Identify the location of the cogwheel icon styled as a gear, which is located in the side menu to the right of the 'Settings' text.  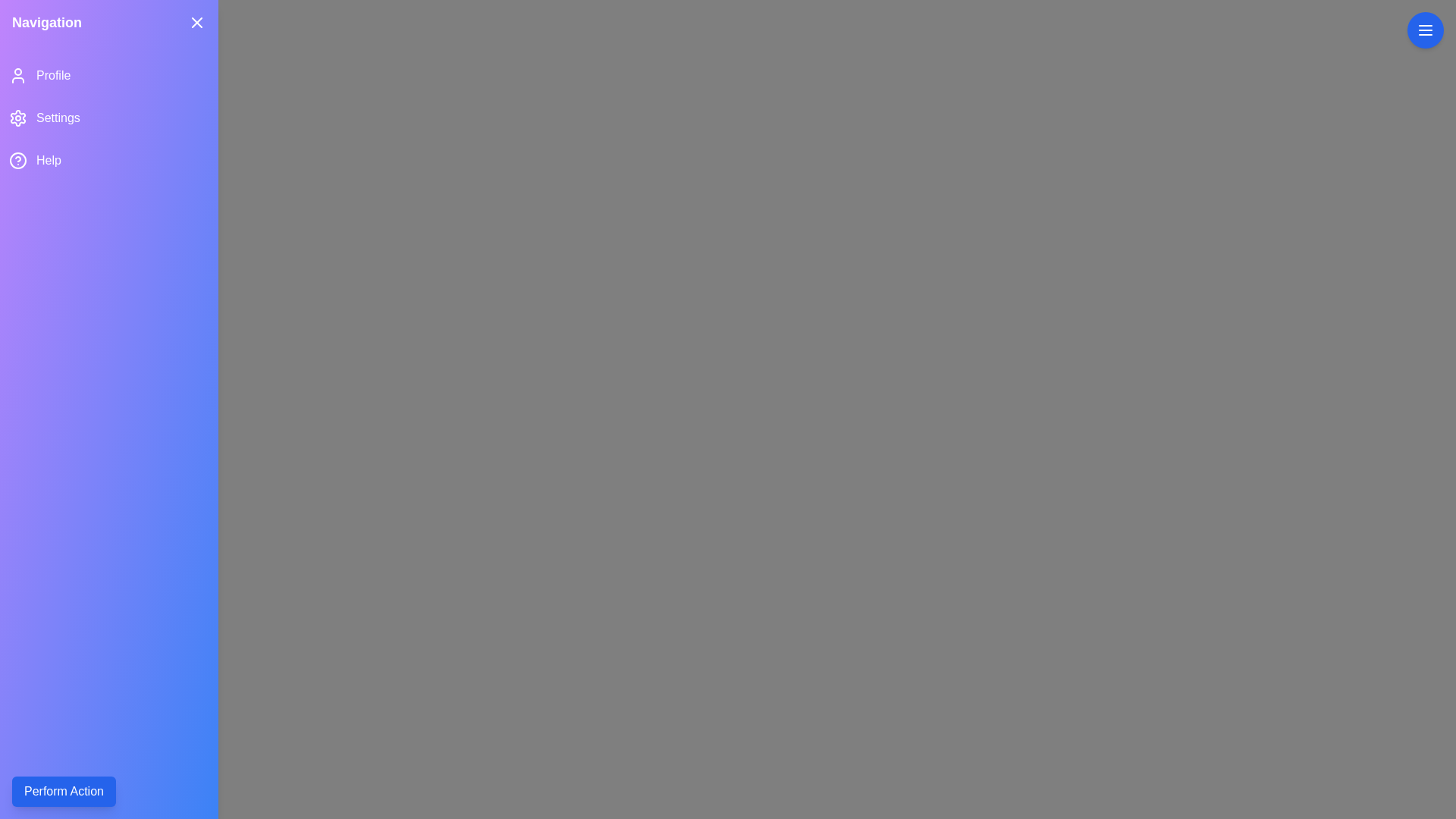
(17, 117).